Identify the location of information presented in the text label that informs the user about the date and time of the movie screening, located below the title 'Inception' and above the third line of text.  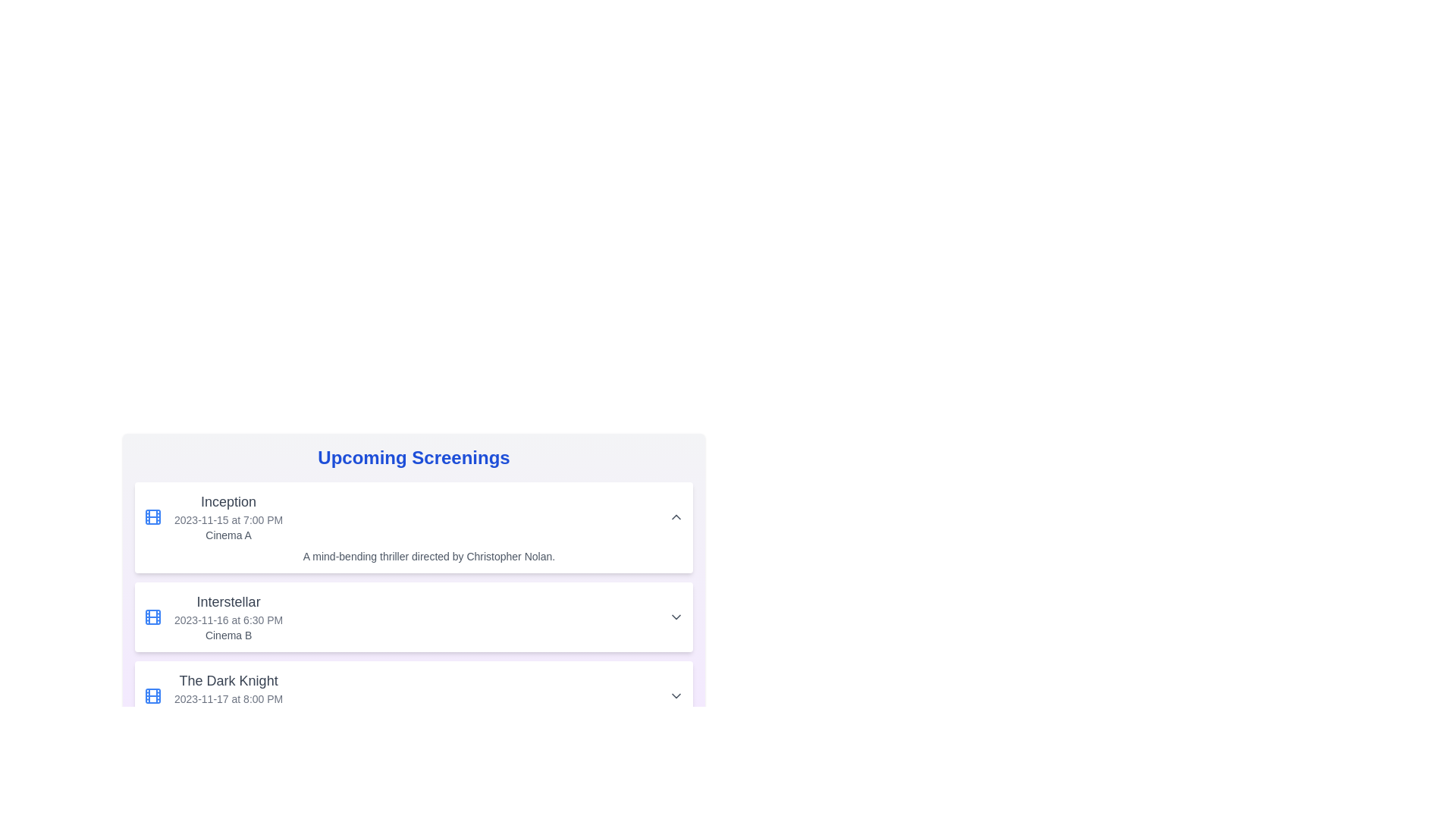
(227, 519).